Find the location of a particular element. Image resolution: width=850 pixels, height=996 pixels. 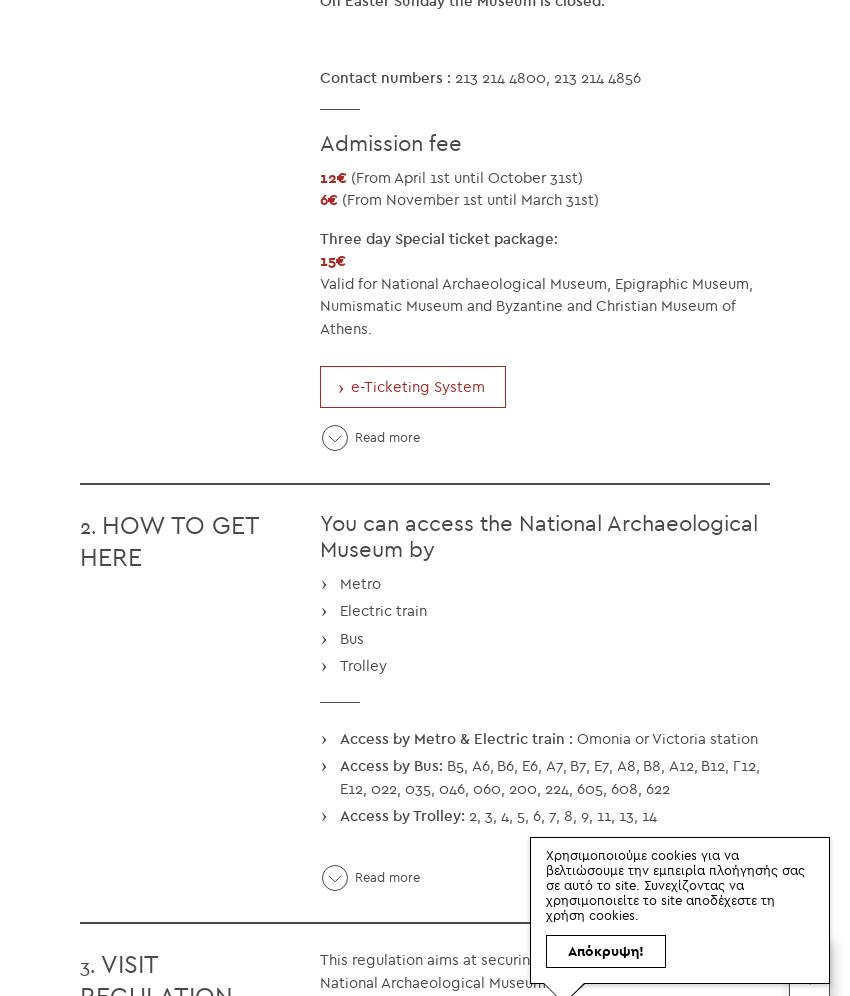

'Access by Metro & Electric train :' is located at coordinates (455, 736).